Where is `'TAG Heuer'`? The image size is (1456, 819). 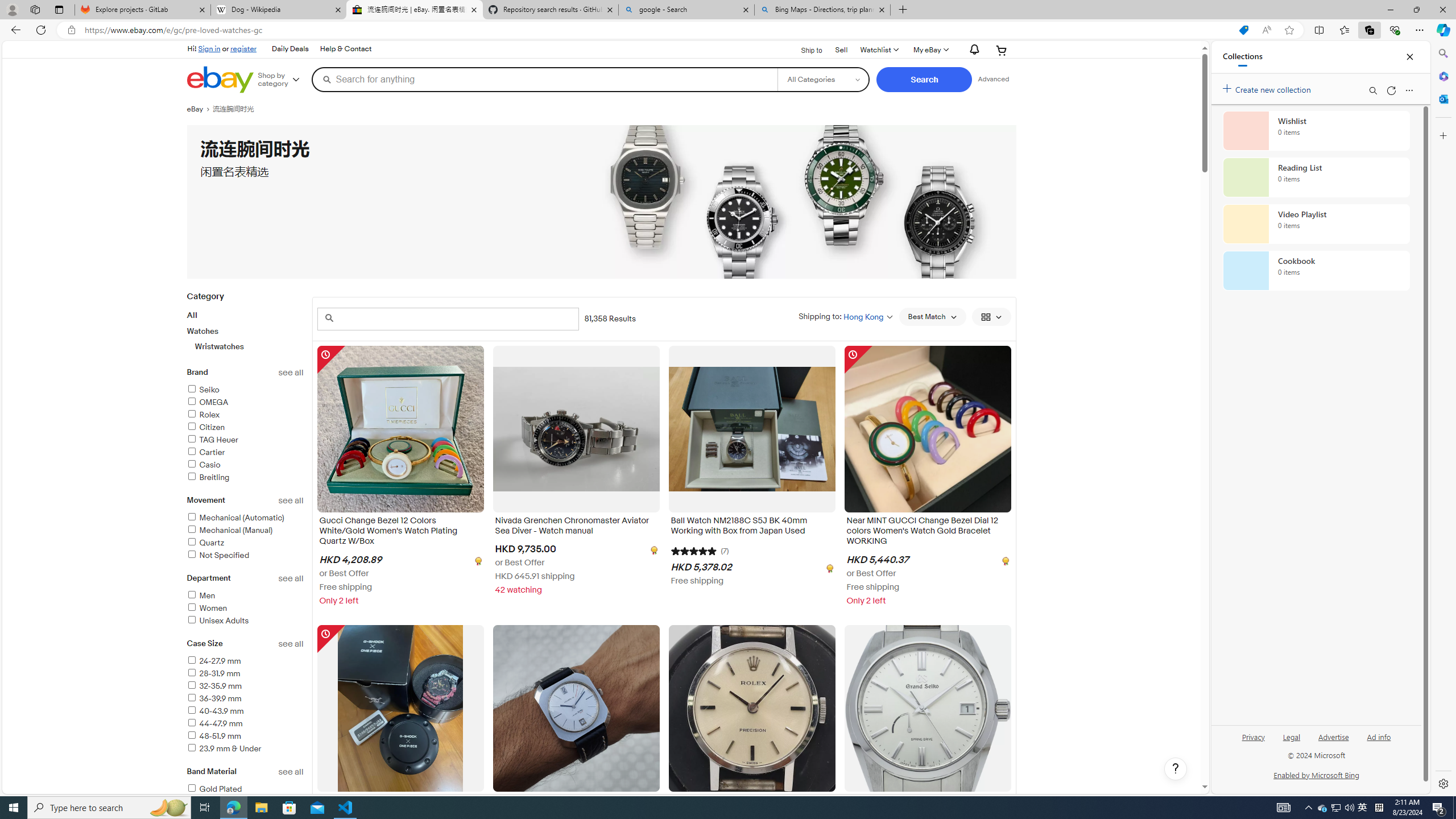
'TAG Heuer' is located at coordinates (245, 440).